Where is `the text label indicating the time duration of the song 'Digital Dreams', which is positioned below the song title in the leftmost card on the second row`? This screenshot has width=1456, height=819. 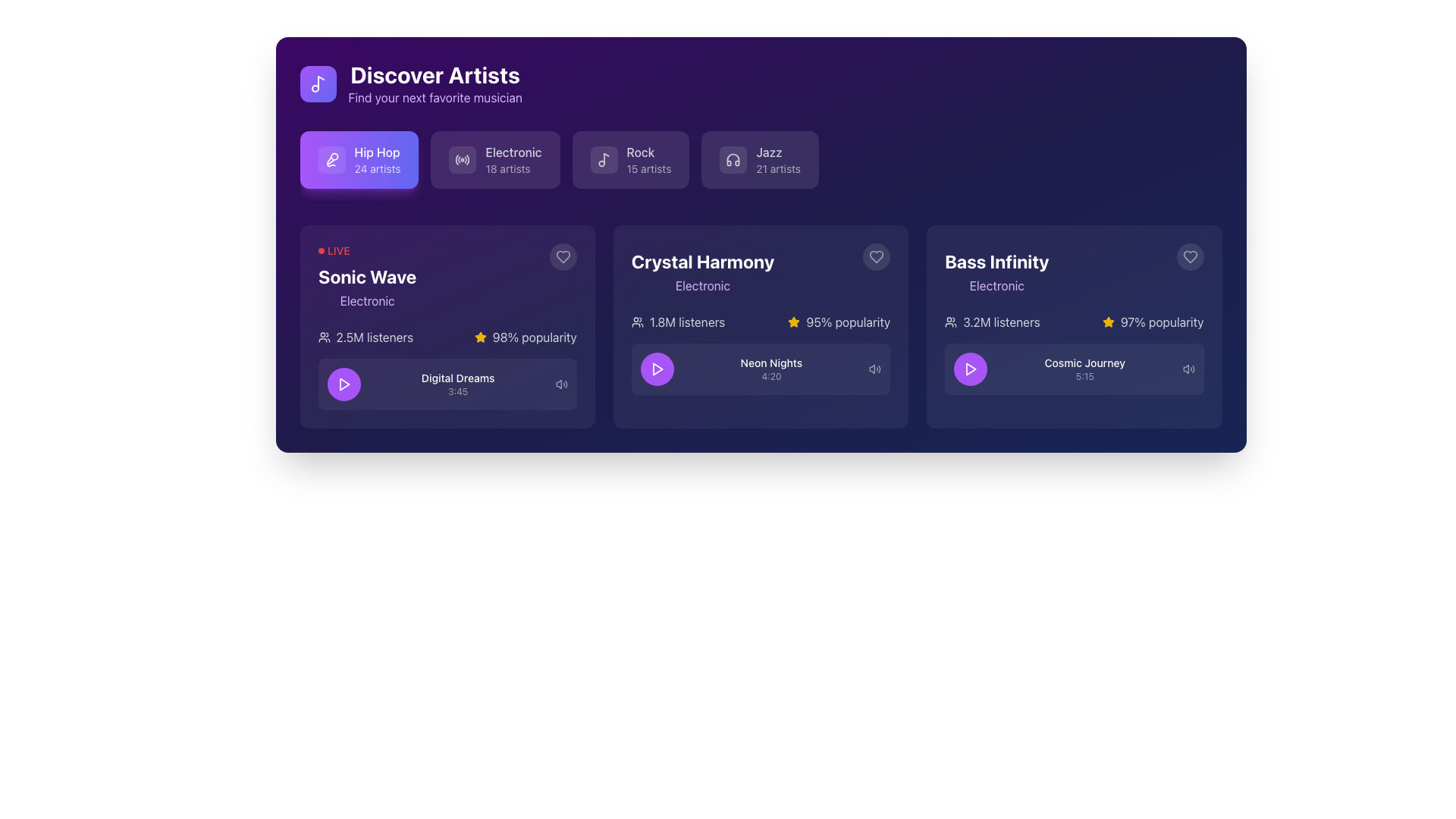
the text label indicating the time duration of the song 'Digital Dreams', which is positioned below the song title in the leftmost card on the second row is located at coordinates (457, 391).